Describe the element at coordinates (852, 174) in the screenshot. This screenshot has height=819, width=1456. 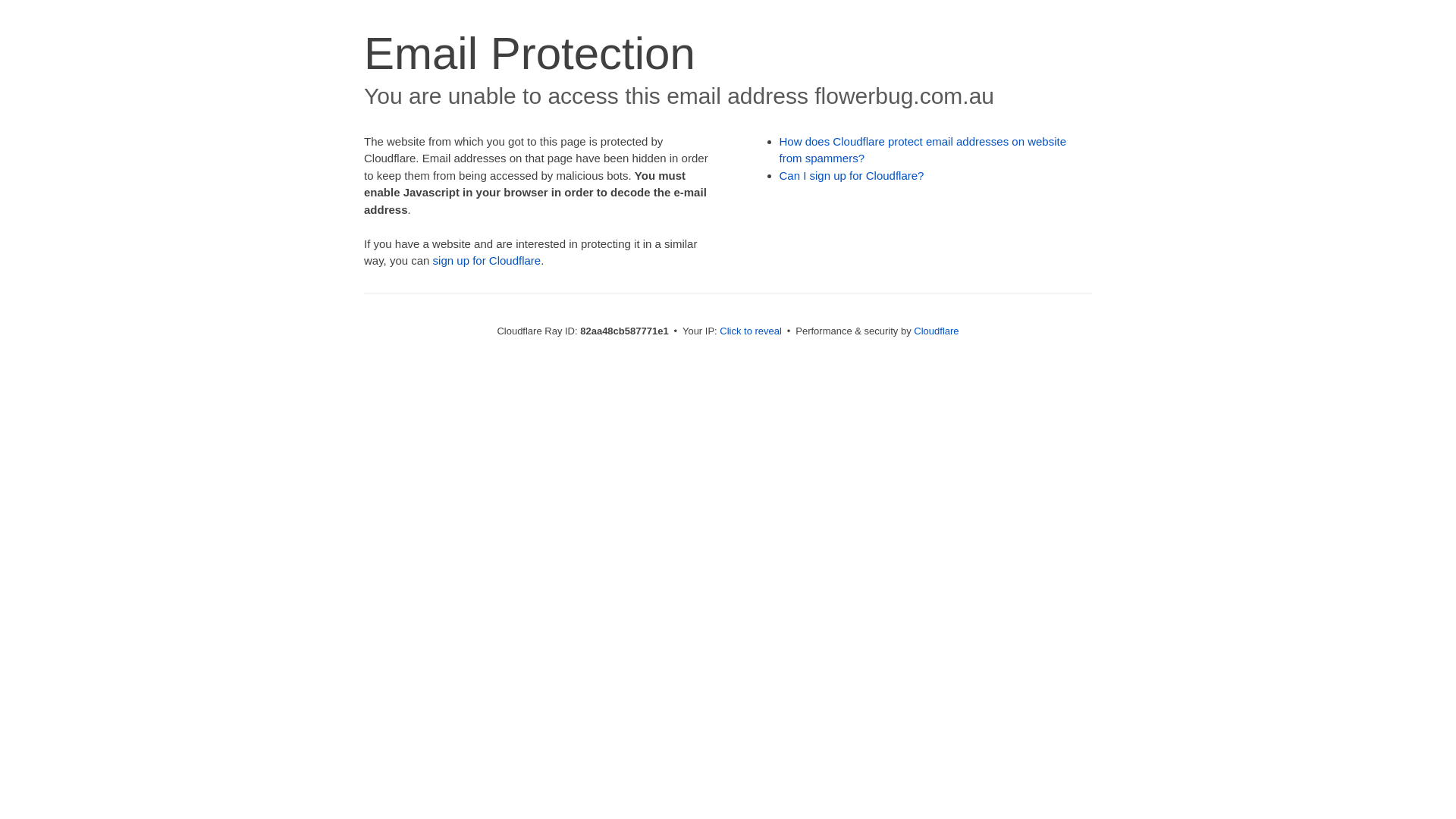
I see `'Can I sign up for Cloudflare?'` at that location.